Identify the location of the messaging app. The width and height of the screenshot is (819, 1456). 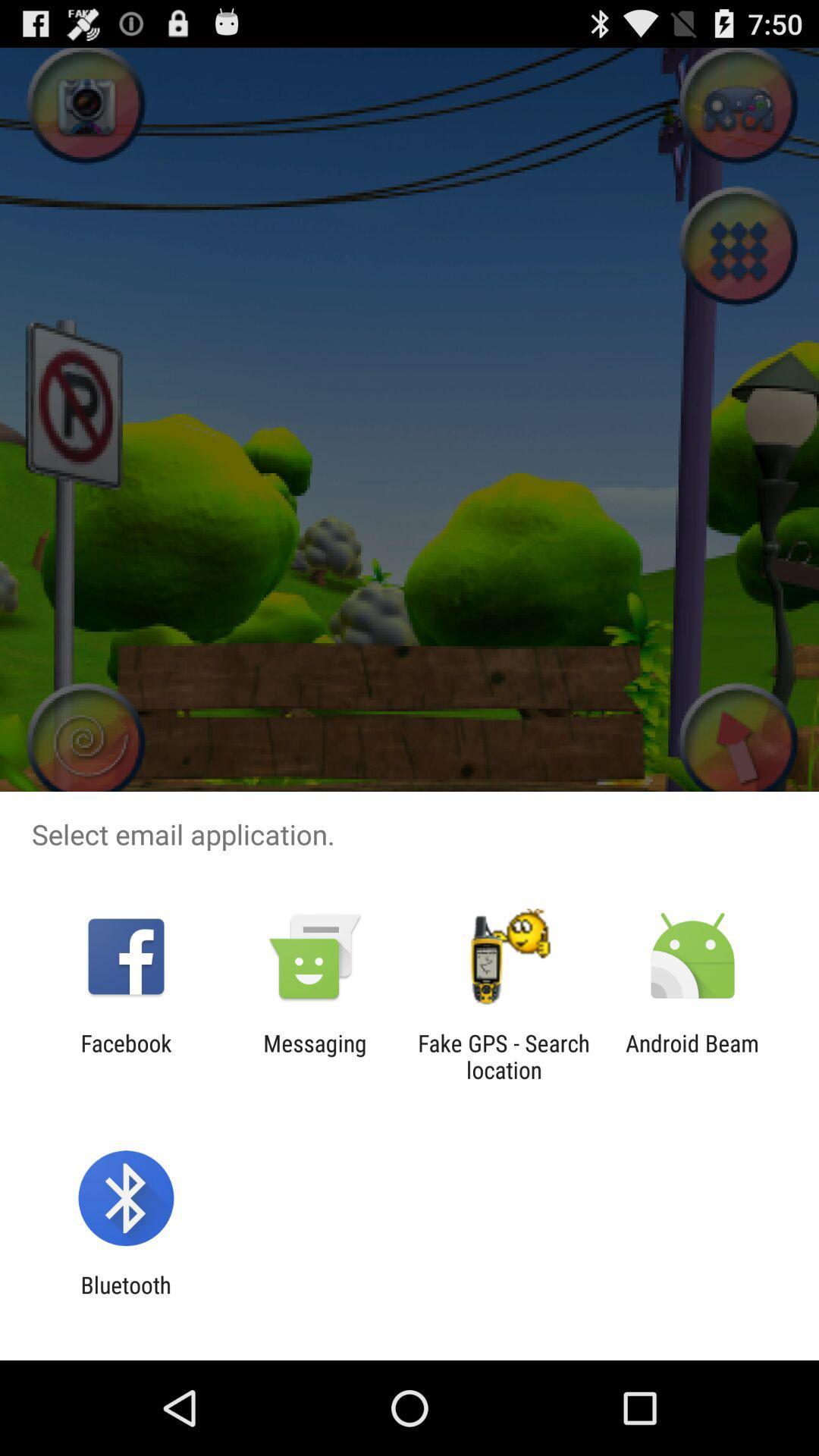
(314, 1056).